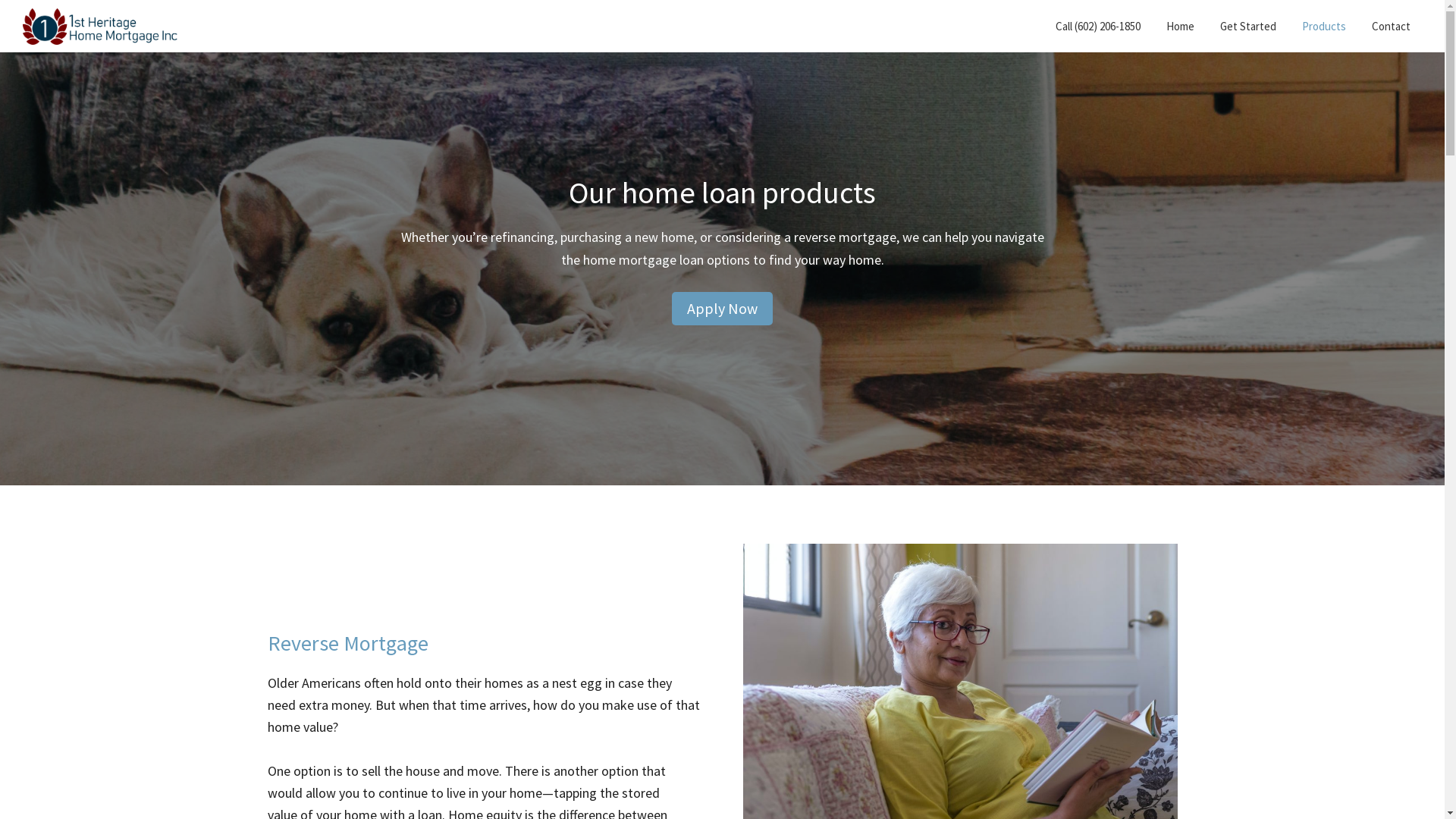 The height and width of the screenshot is (819, 1456). I want to click on 'Apply Now', so click(671, 308).